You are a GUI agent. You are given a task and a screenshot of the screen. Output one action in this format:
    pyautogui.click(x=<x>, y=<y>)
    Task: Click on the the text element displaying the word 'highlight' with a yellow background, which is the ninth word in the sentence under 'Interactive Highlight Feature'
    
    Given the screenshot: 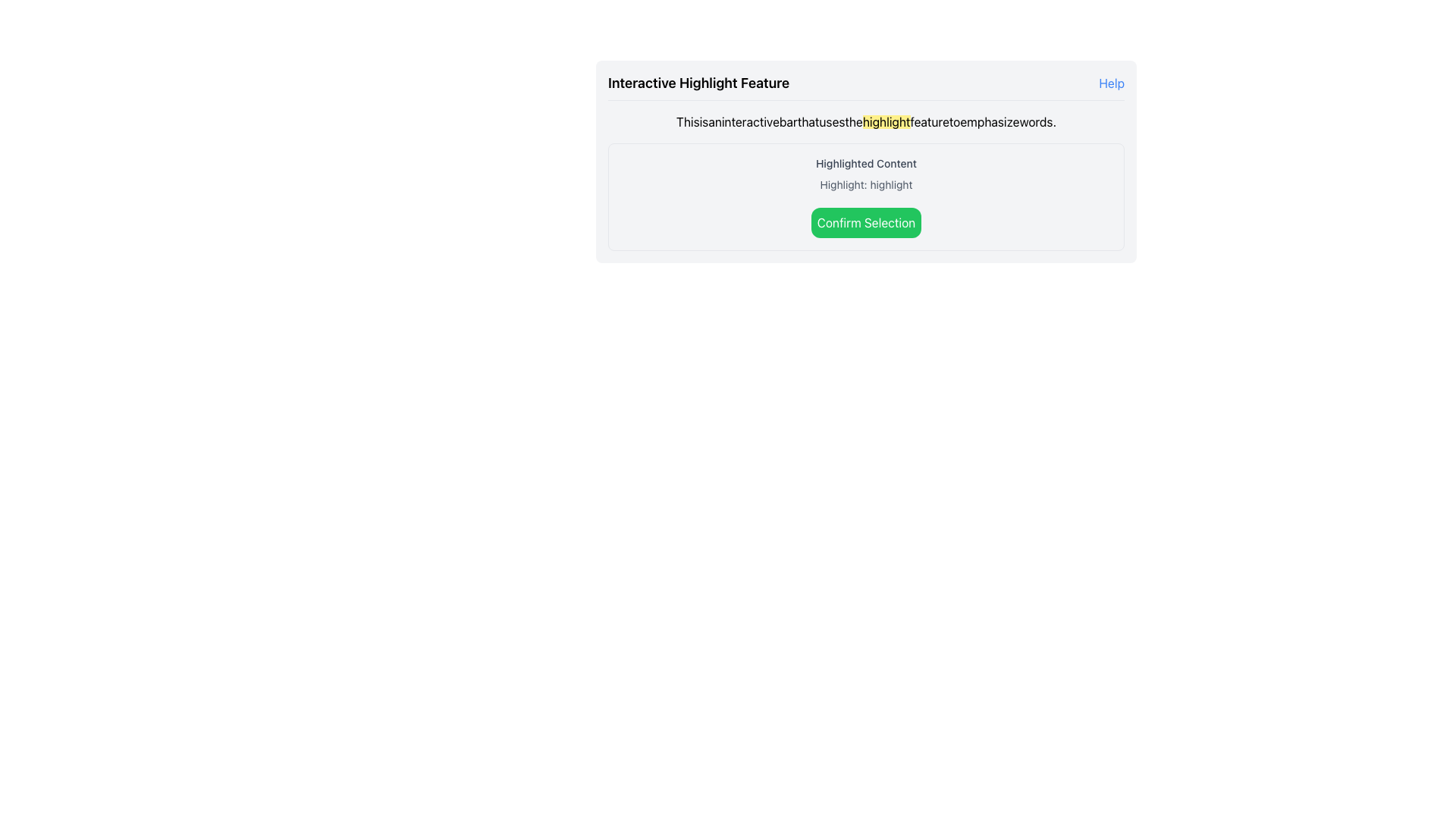 What is the action you would take?
    pyautogui.click(x=886, y=121)
    